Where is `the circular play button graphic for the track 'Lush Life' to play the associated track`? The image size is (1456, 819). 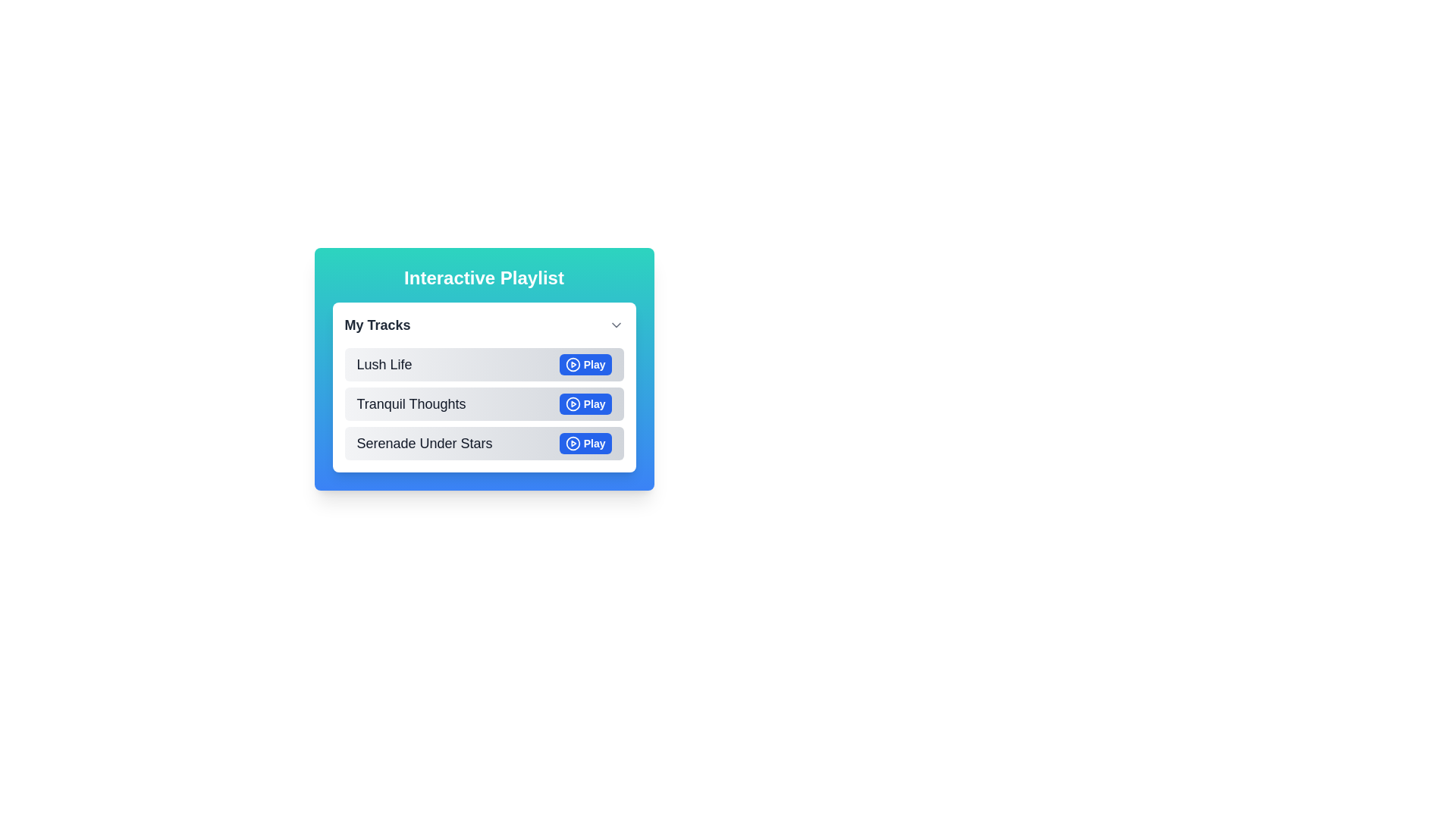
the circular play button graphic for the track 'Lush Life' to play the associated track is located at coordinates (572, 365).